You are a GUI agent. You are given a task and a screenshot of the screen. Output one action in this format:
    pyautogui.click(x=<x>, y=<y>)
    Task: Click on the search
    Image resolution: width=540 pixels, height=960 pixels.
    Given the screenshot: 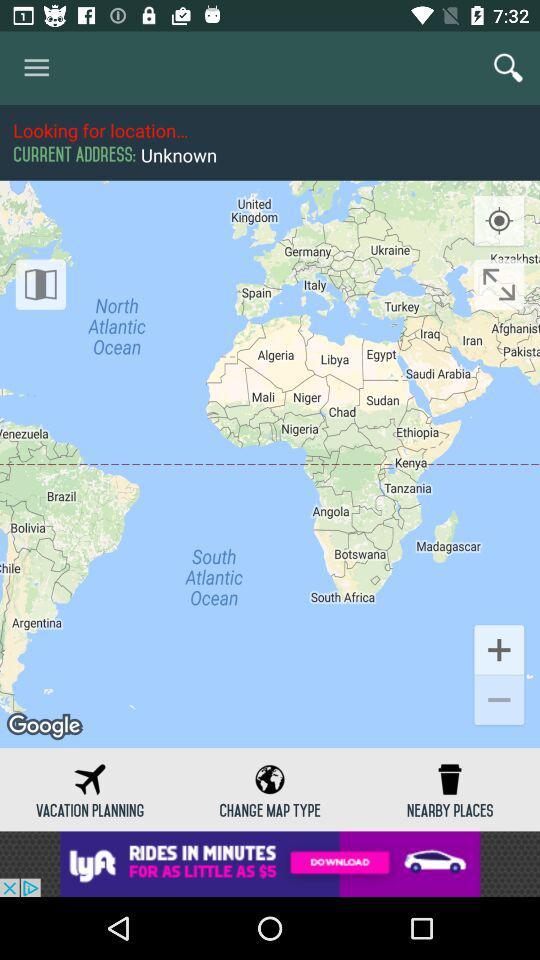 What is the action you would take?
    pyautogui.click(x=508, y=68)
    